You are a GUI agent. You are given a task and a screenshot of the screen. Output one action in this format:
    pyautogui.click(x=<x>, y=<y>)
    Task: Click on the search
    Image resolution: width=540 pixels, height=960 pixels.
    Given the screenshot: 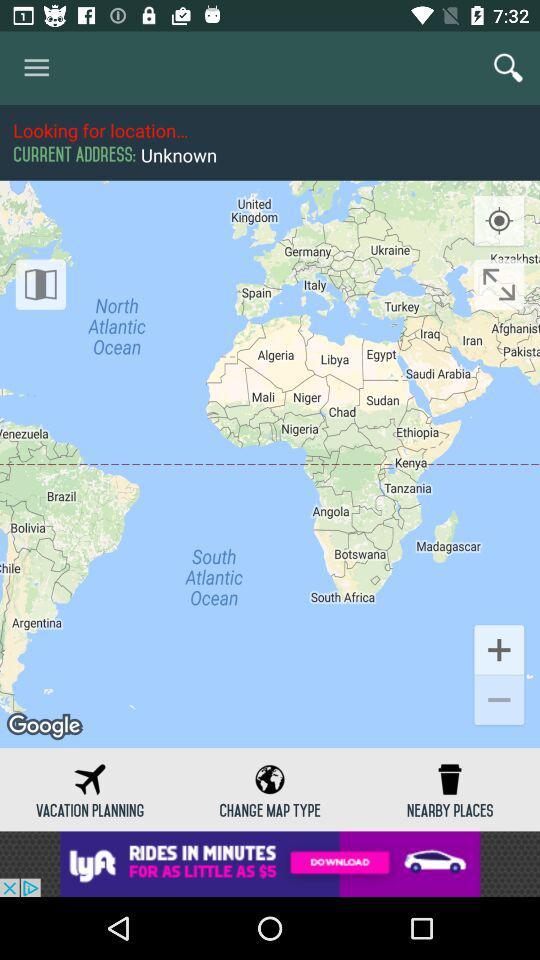 What is the action you would take?
    pyautogui.click(x=508, y=68)
    